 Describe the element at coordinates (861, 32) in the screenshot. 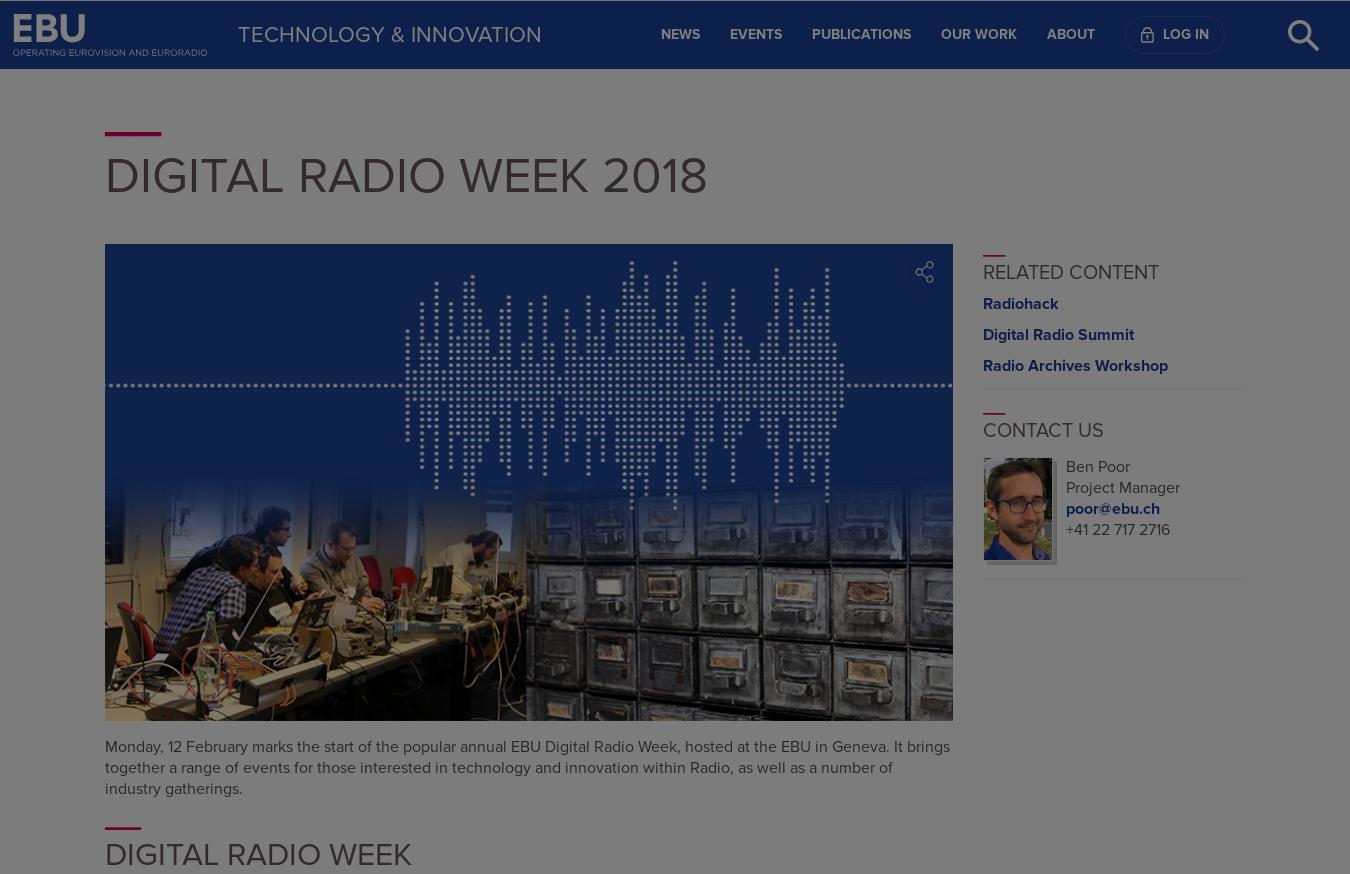

I see `'Publications'` at that location.